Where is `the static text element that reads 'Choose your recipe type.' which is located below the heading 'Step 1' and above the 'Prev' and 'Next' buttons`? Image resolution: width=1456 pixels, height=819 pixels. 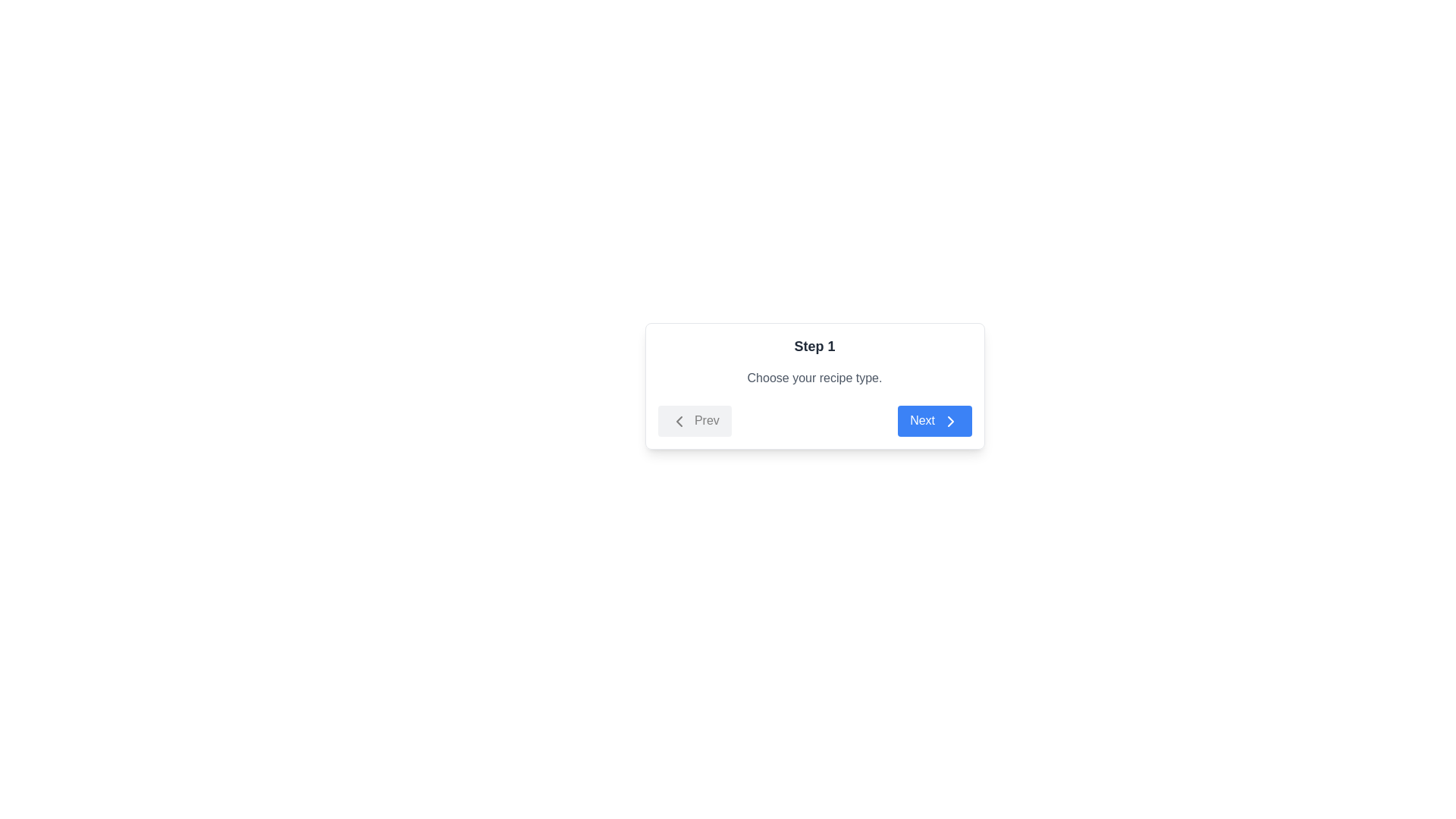
the static text element that reads 'Choose your recipe type.' which is located below the heading 'Step 1' and above the 'Prev' and 'Next' buttons is located at coordinates (814, 377).